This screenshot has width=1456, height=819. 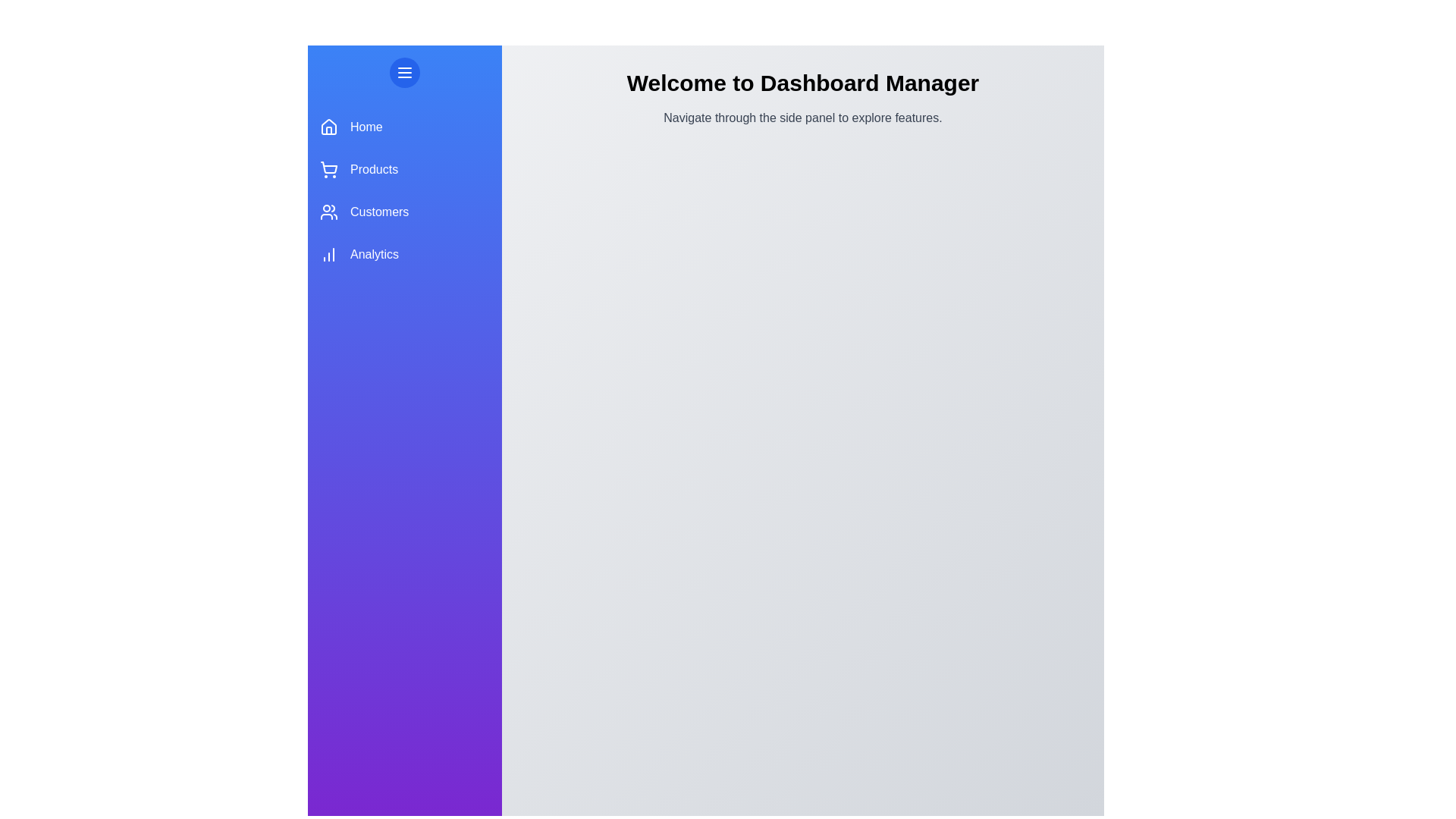 I want to click on the sidebar item Products to observe its hover effect, so click(x=404, y=169).